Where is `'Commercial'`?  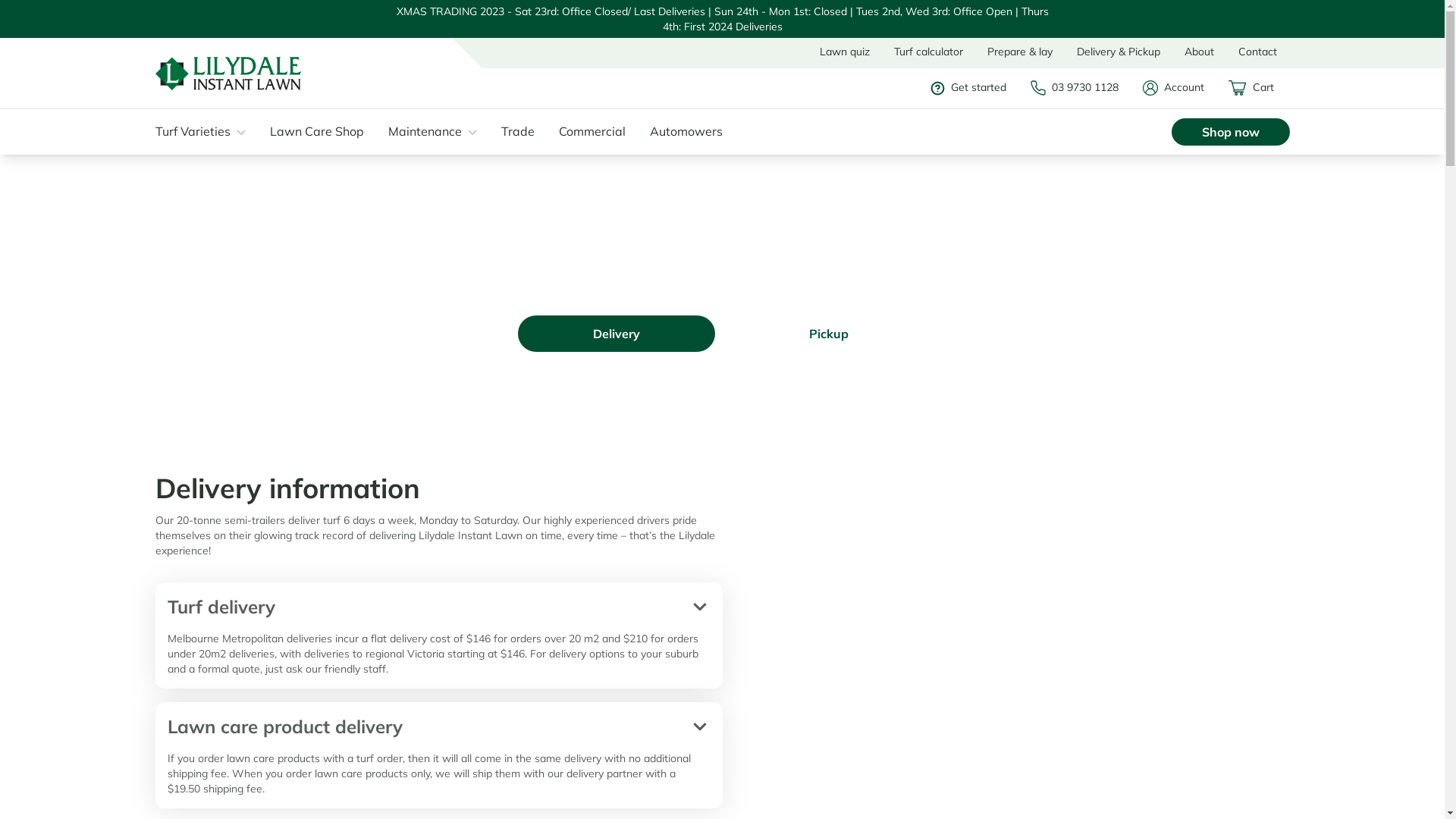 'Commercial' is located at coordinates (598, 130).